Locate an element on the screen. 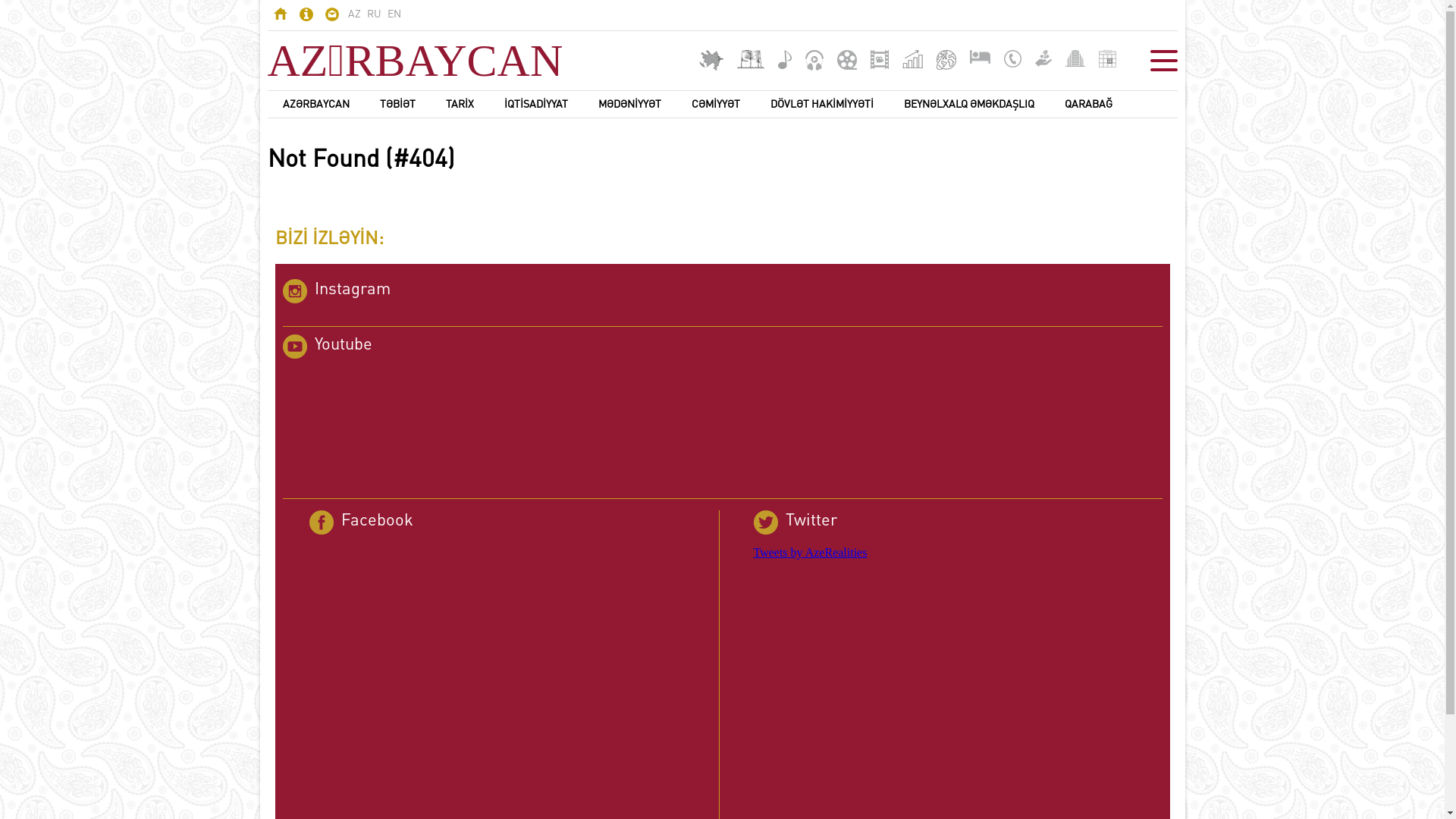 Image resolution: width=1456 pixels, height=819 pixels. 'AZ' is located at coordinates (353, 14).